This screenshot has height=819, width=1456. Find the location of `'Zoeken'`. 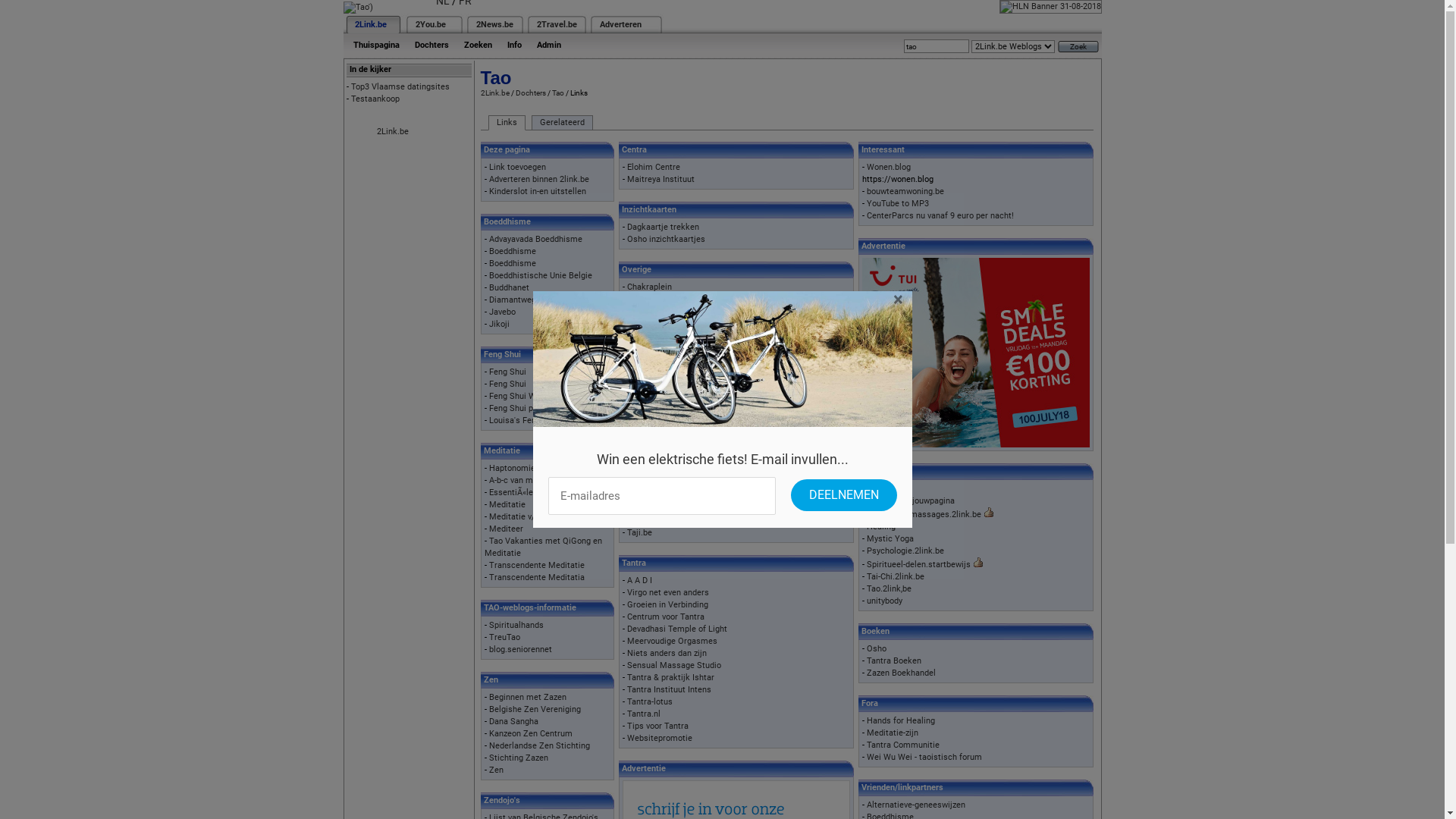

'Zoeken' is located at coordinates (477, 44).